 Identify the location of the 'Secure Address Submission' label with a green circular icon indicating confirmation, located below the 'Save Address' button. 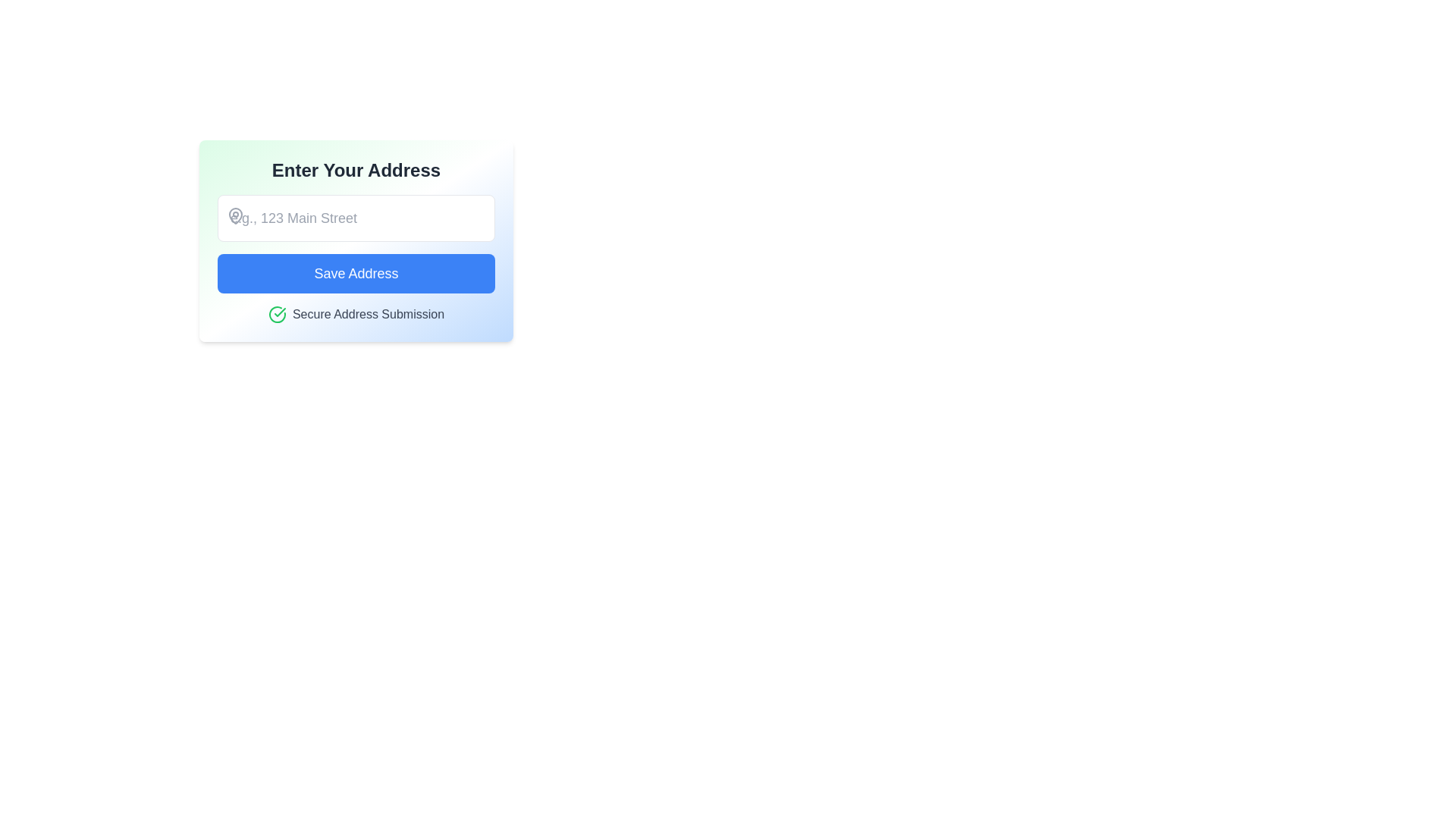
(356, 314).